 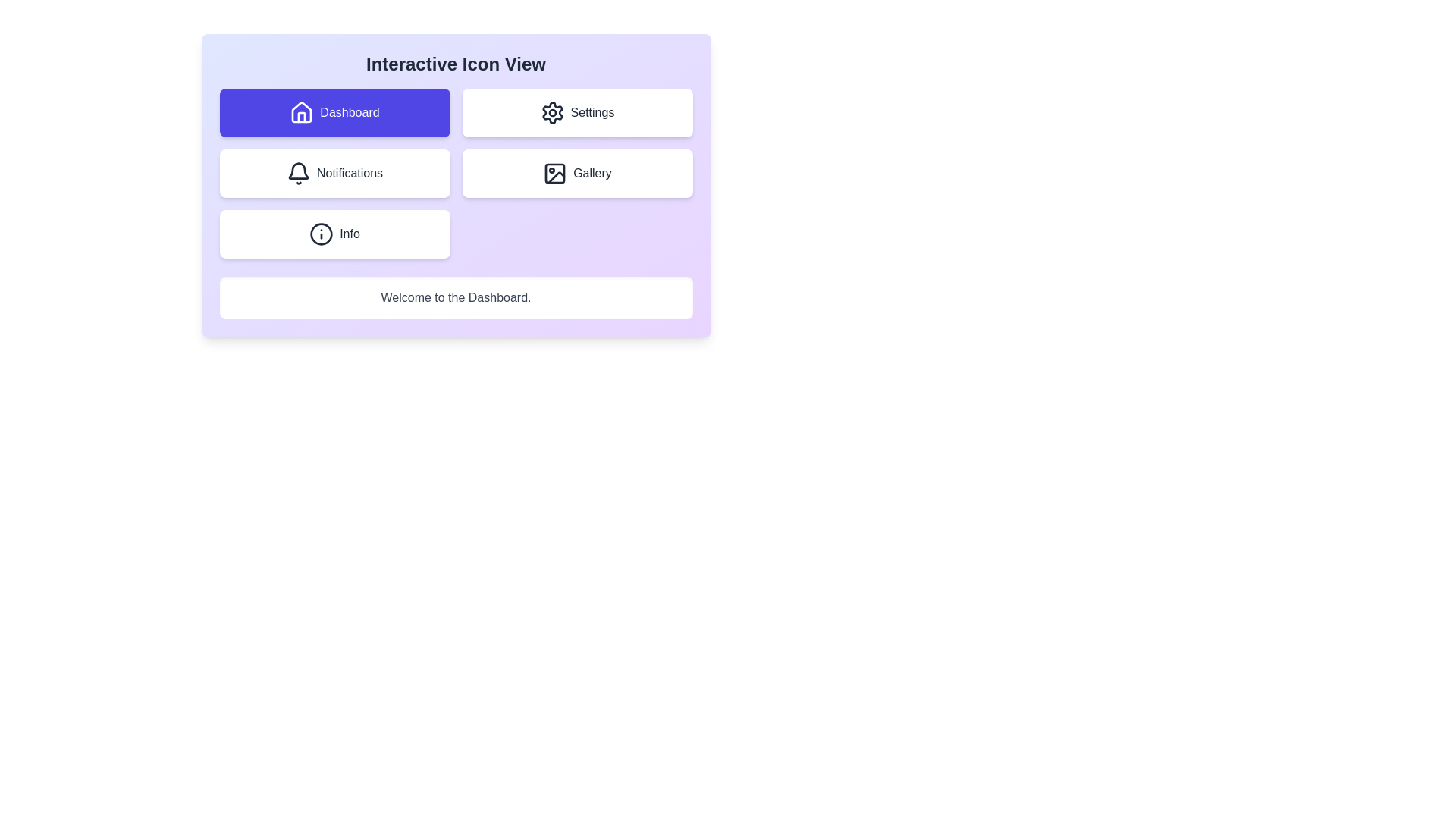 I want to click on the 'Info' icon located immediately to the left of the 'Info' text label in the third item of the interactive panel, so click(x=321, y=234).